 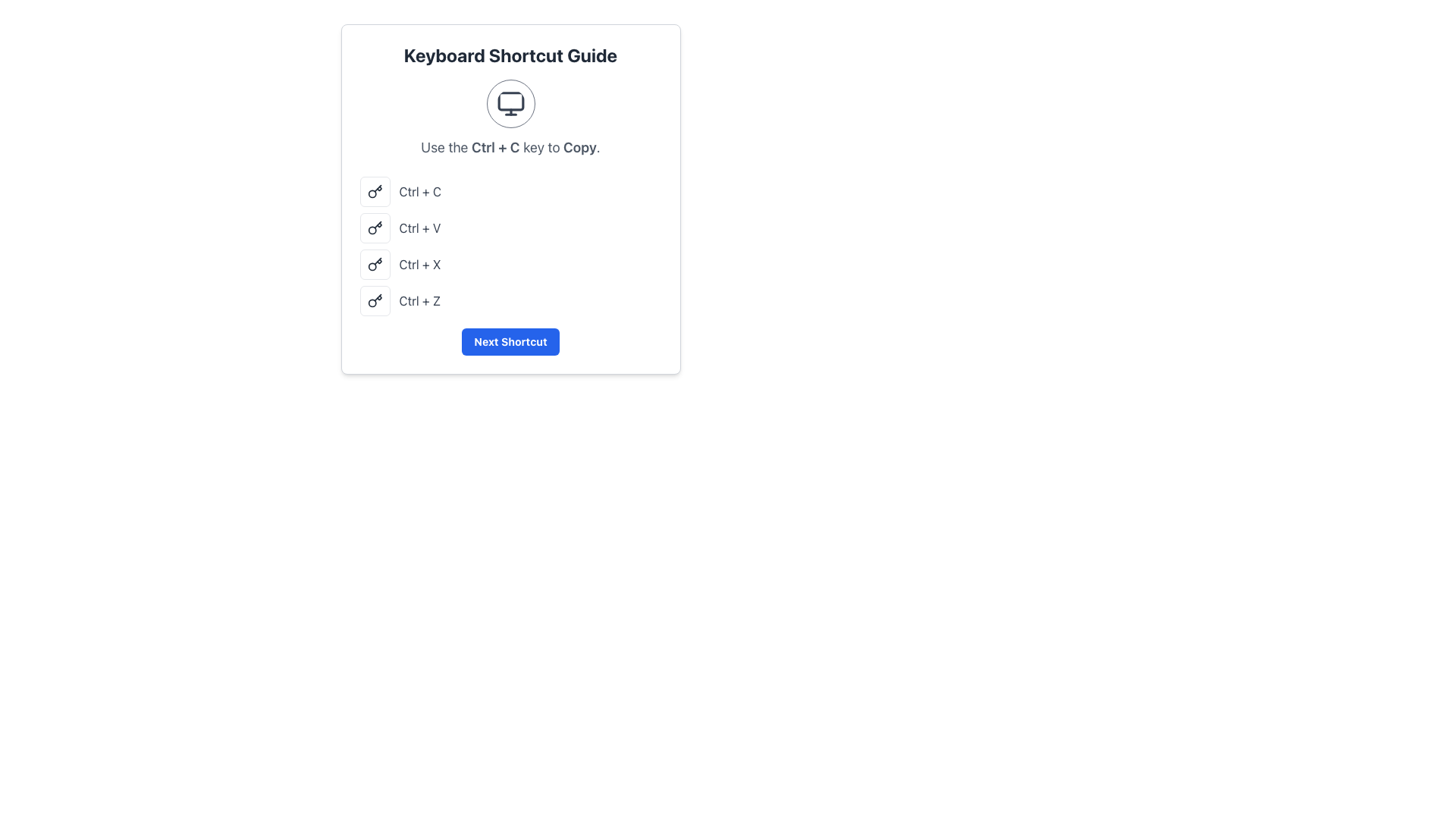 What do you see at coordinates (375, 227) in the screenshot?
I see `the second icon in the vertical list of key-related icons, which features a minimalist black key symbol on a white background with a thin border` at bounding box center [375, 227].